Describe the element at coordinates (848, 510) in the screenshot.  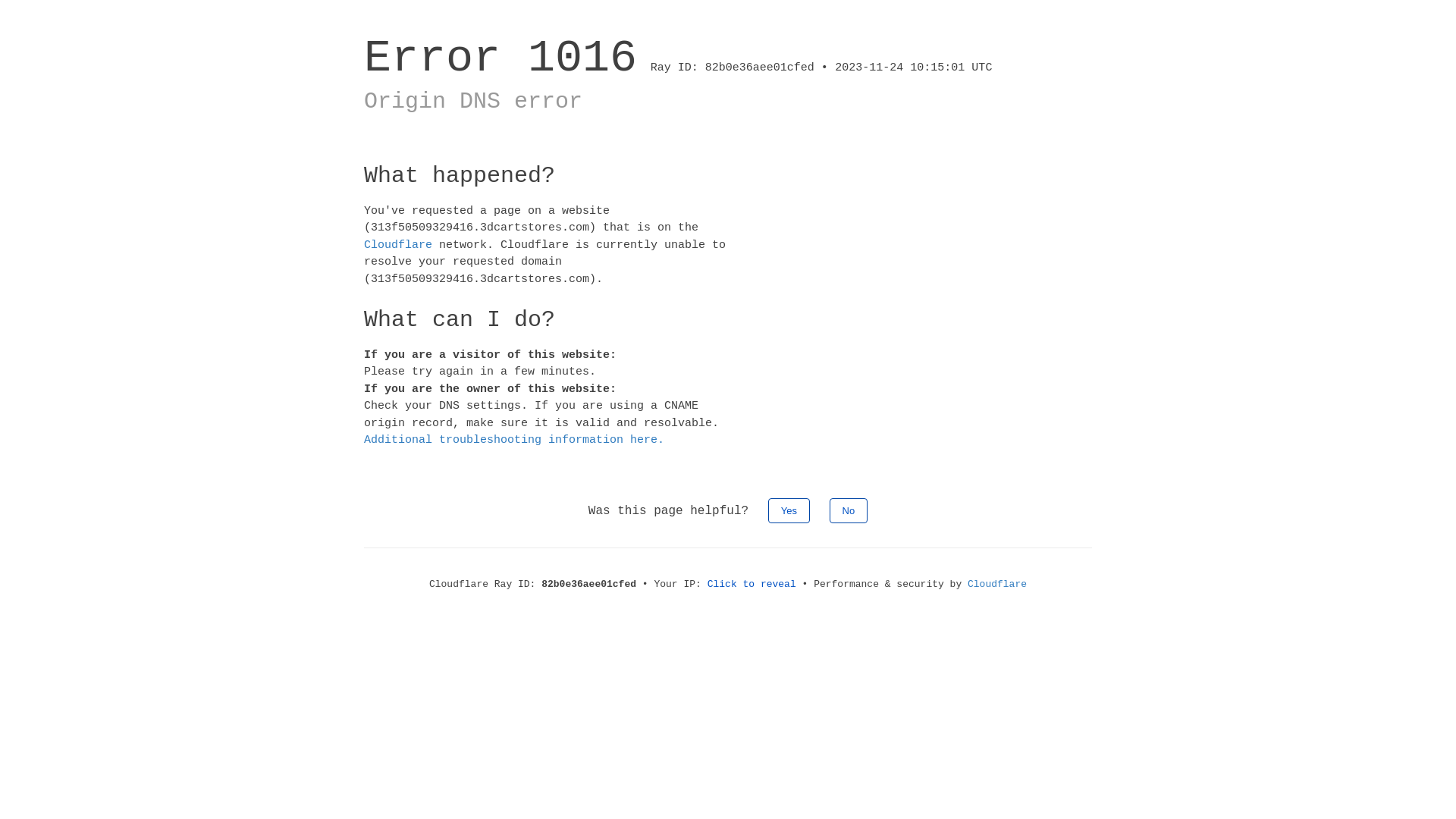
I see `'No'` at that location.